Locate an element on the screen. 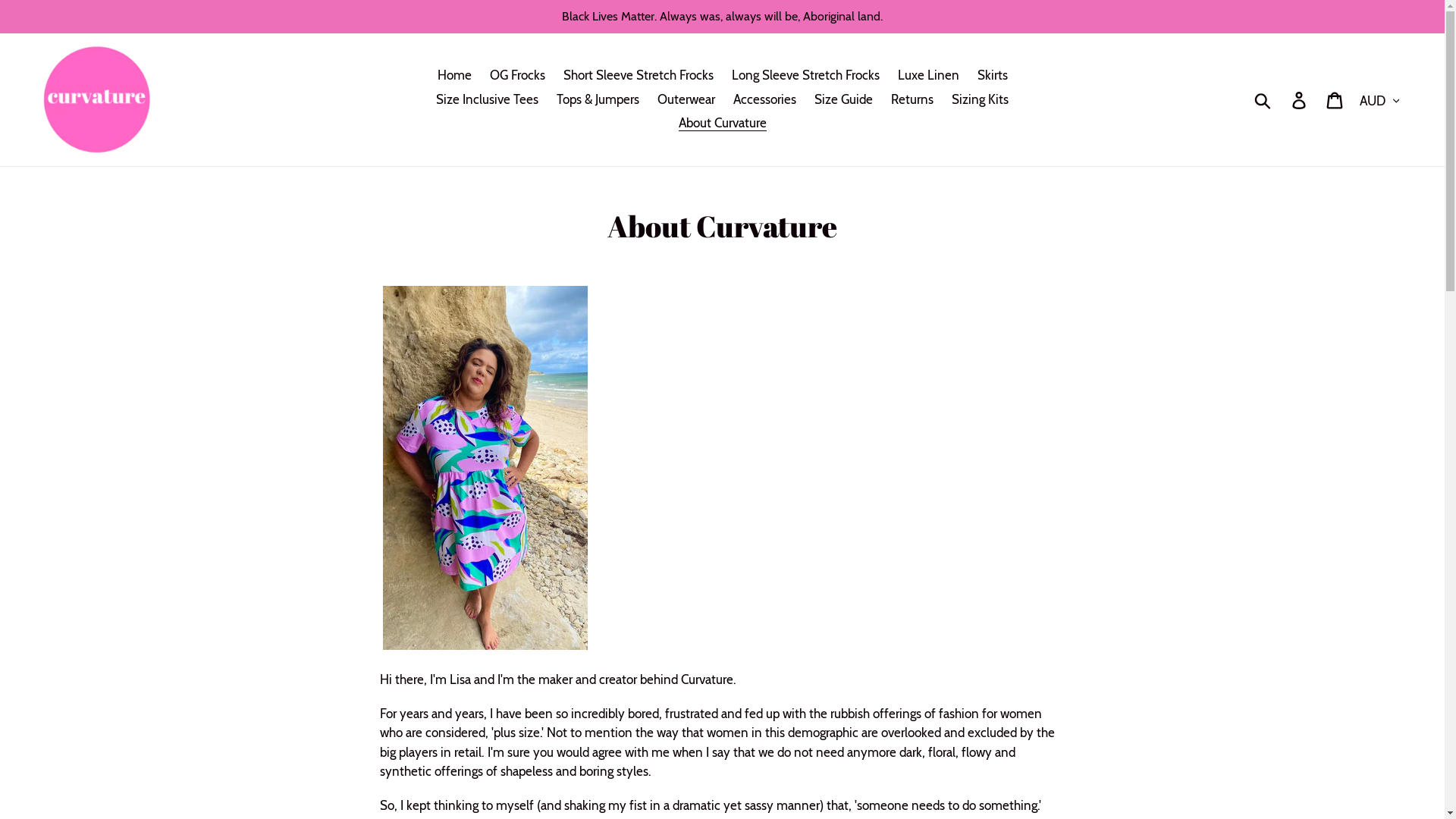 Image resolution: width=1456 pixels, height=819 pixels. 'Log in' is located at coordinates (1299, 99).